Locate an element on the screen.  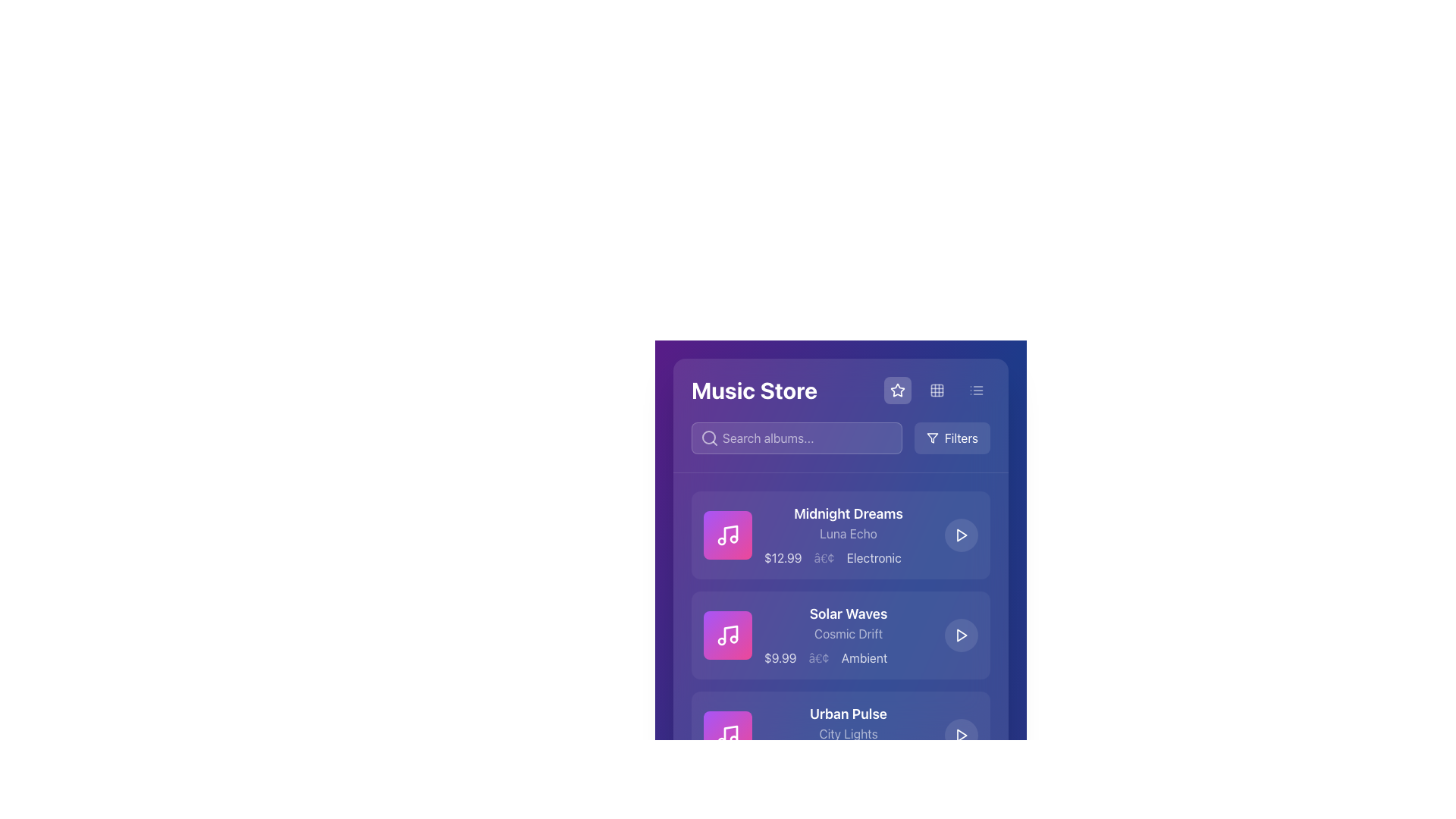
the price displayed in the Text Label element that shows '$12.99', styled with a light white font over a blue background, indicating the price for the product 'Midnight Dreams' is located at coordinates (783, 558).